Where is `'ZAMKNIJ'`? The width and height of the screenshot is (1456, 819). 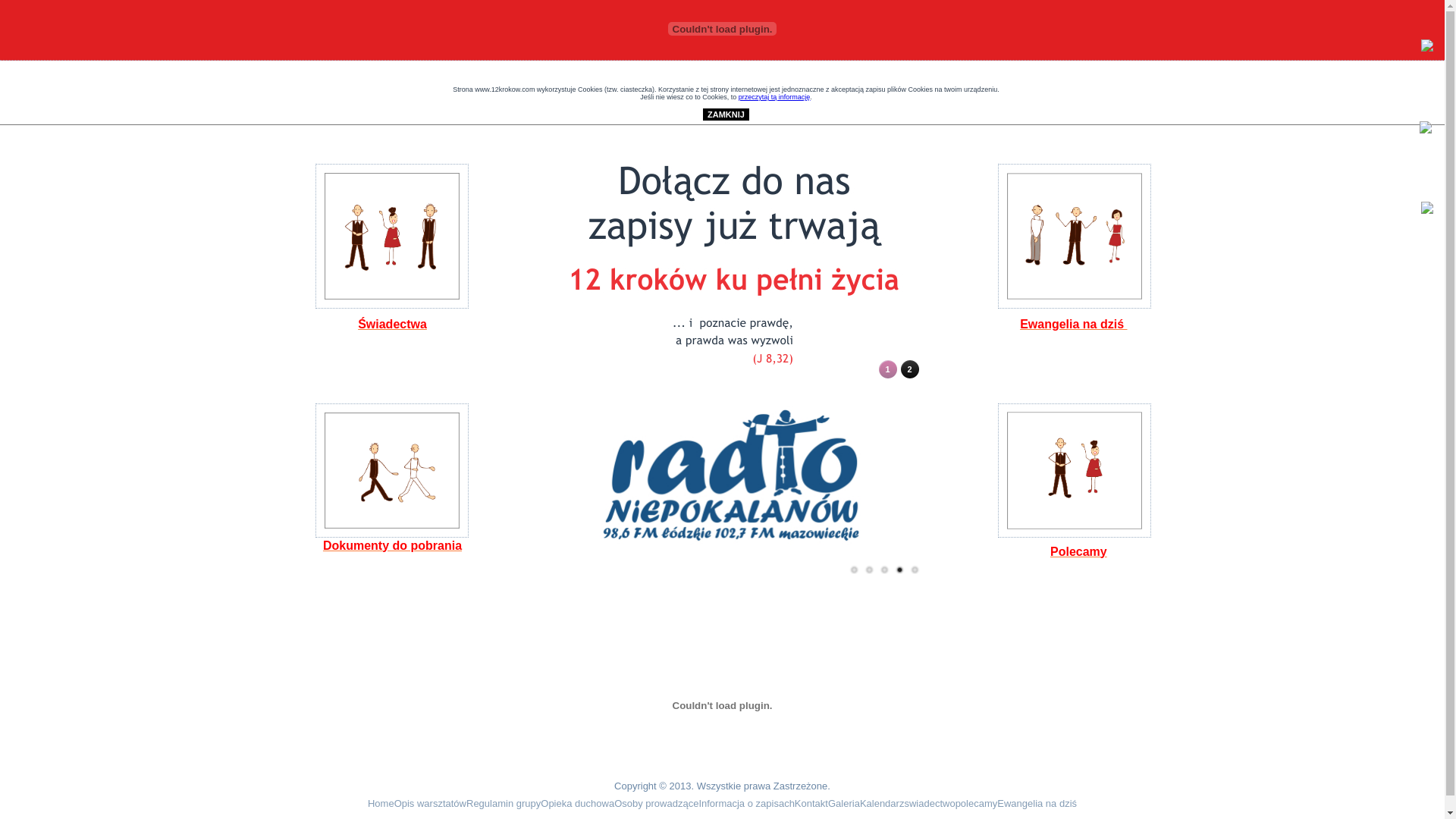 'ZAMKNIJ' is located at coordinates (725, 113).